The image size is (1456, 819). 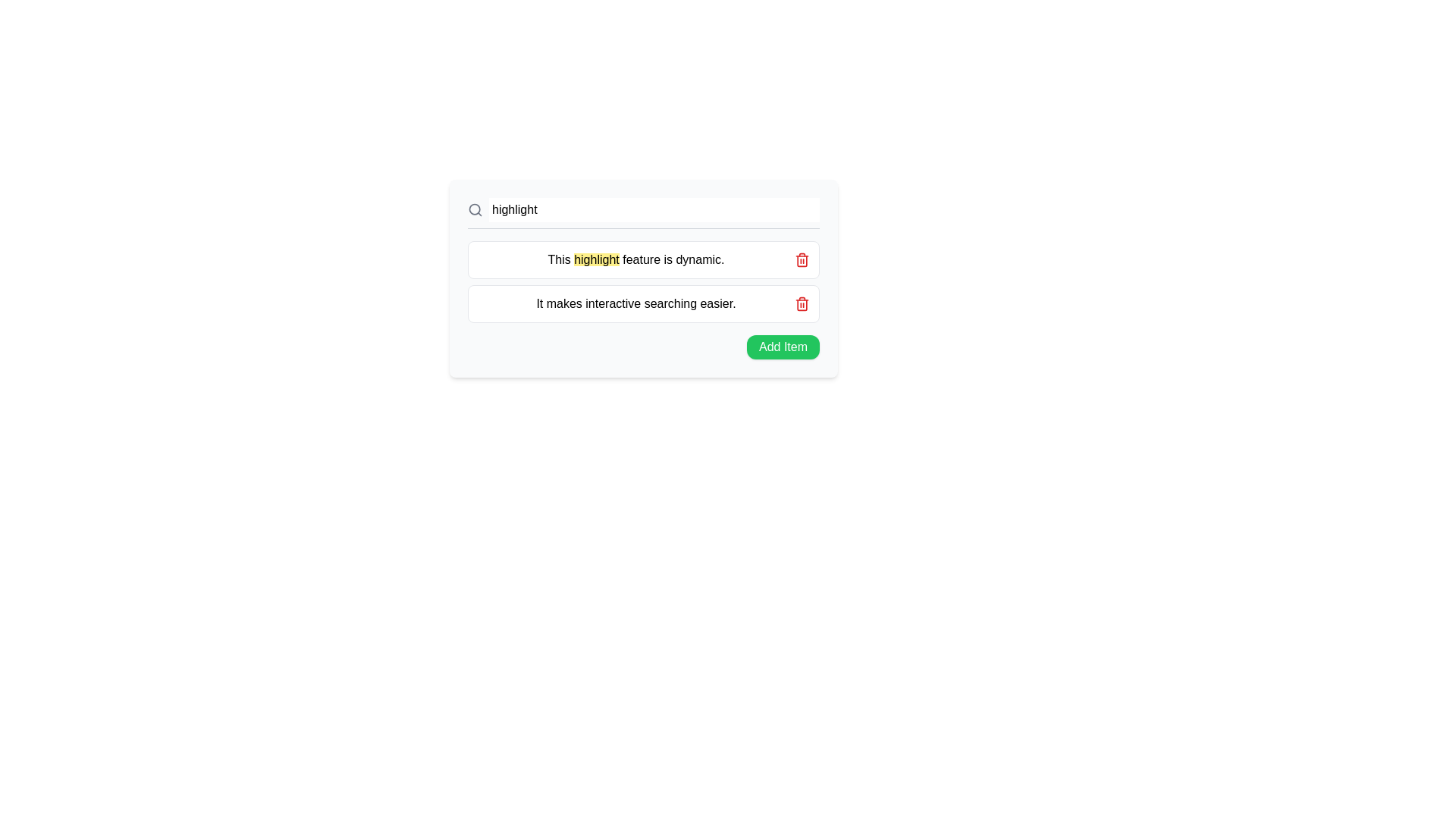 I want to click on the delete button located at the far right edge of the row containing the text 'This highlight feature is dynamic.', so click(x=801, y=259).